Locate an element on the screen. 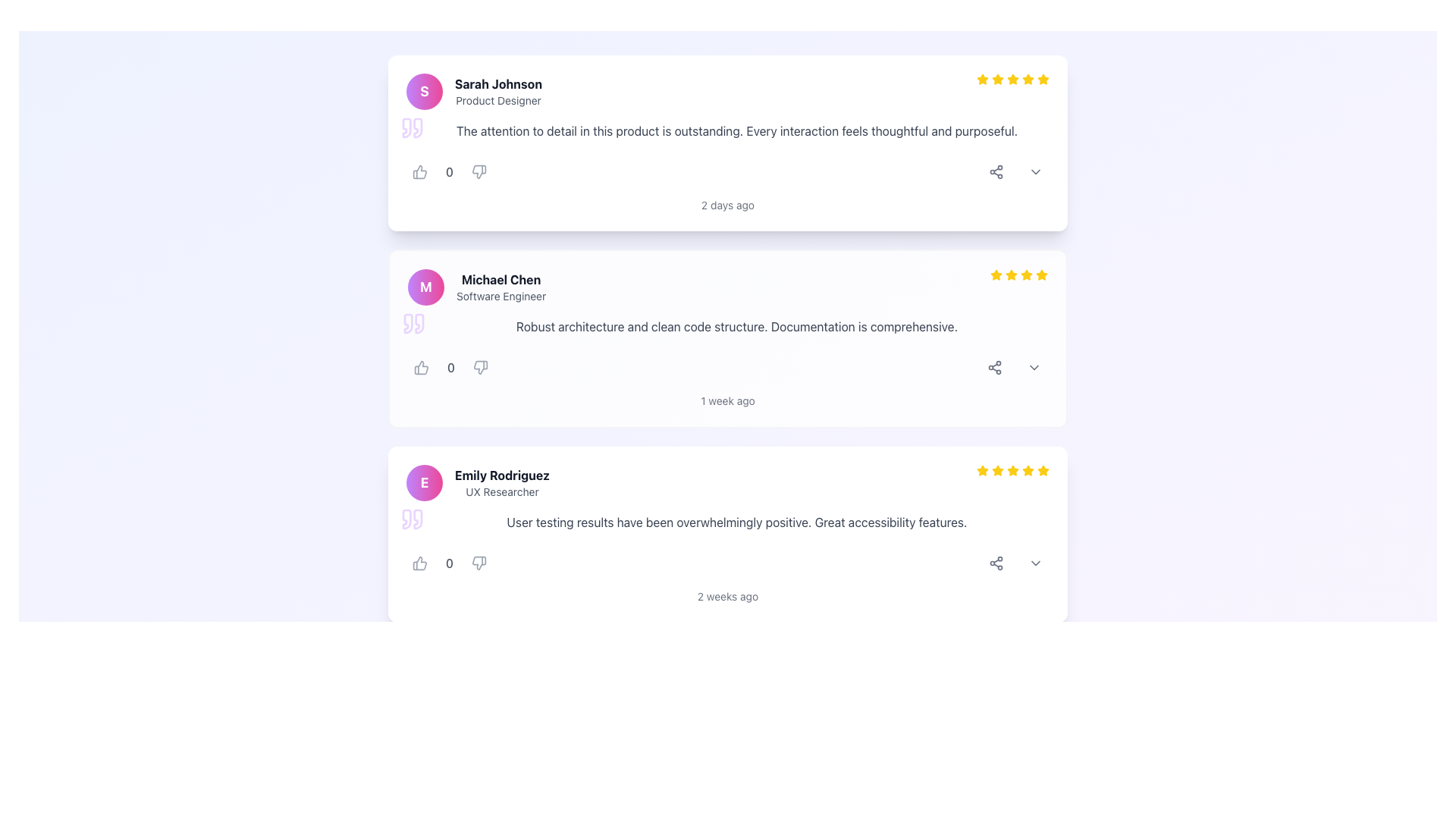  the circular share button icon within the comment card by 'Michael Chen' is located at coordinates (994, 368).